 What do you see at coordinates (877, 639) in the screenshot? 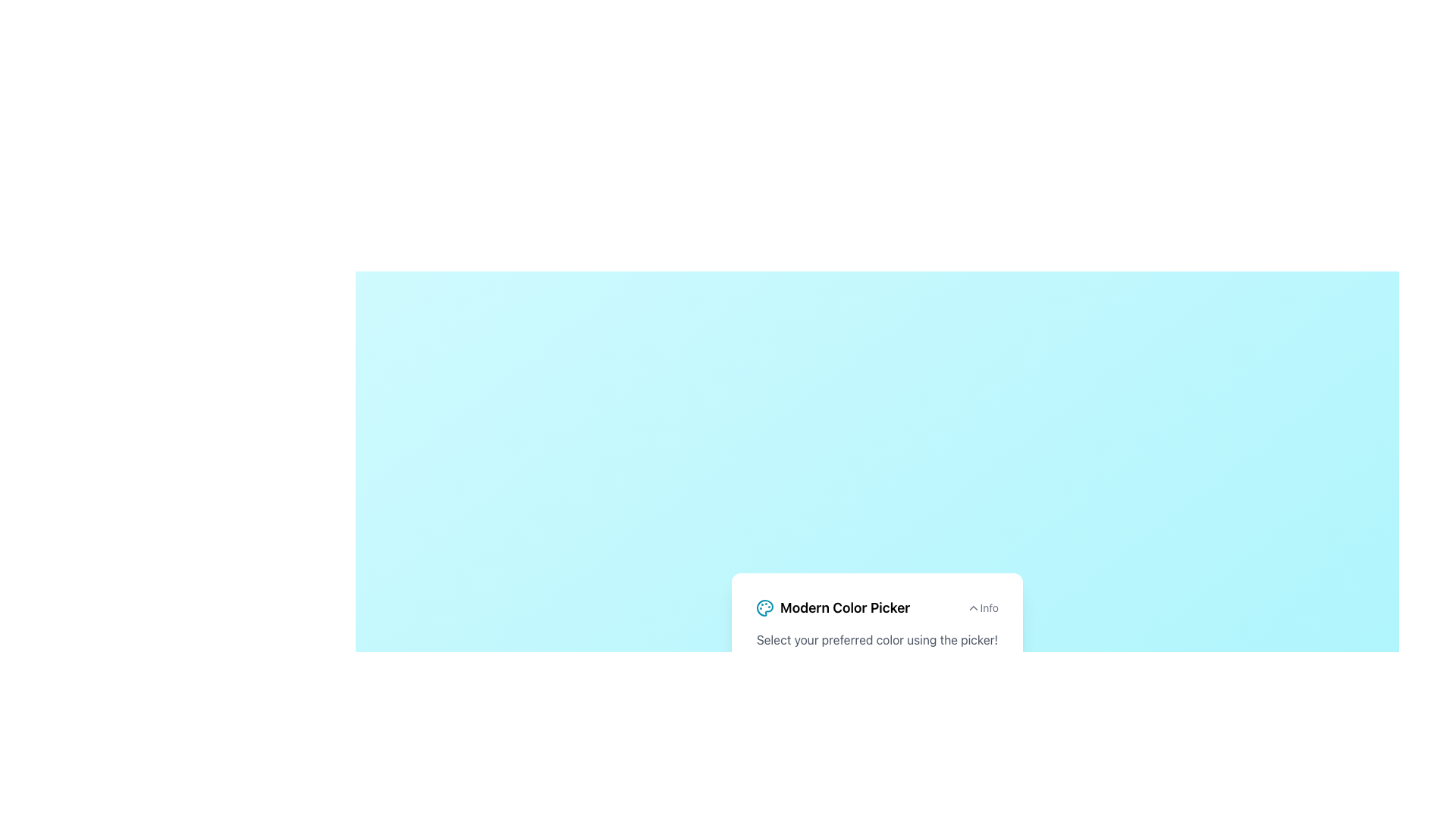
I see `the instruction text element located directly below the 'Modern Color Picker' title, which provides guidance for using the color picker feature` at bounding box center [877, 639].